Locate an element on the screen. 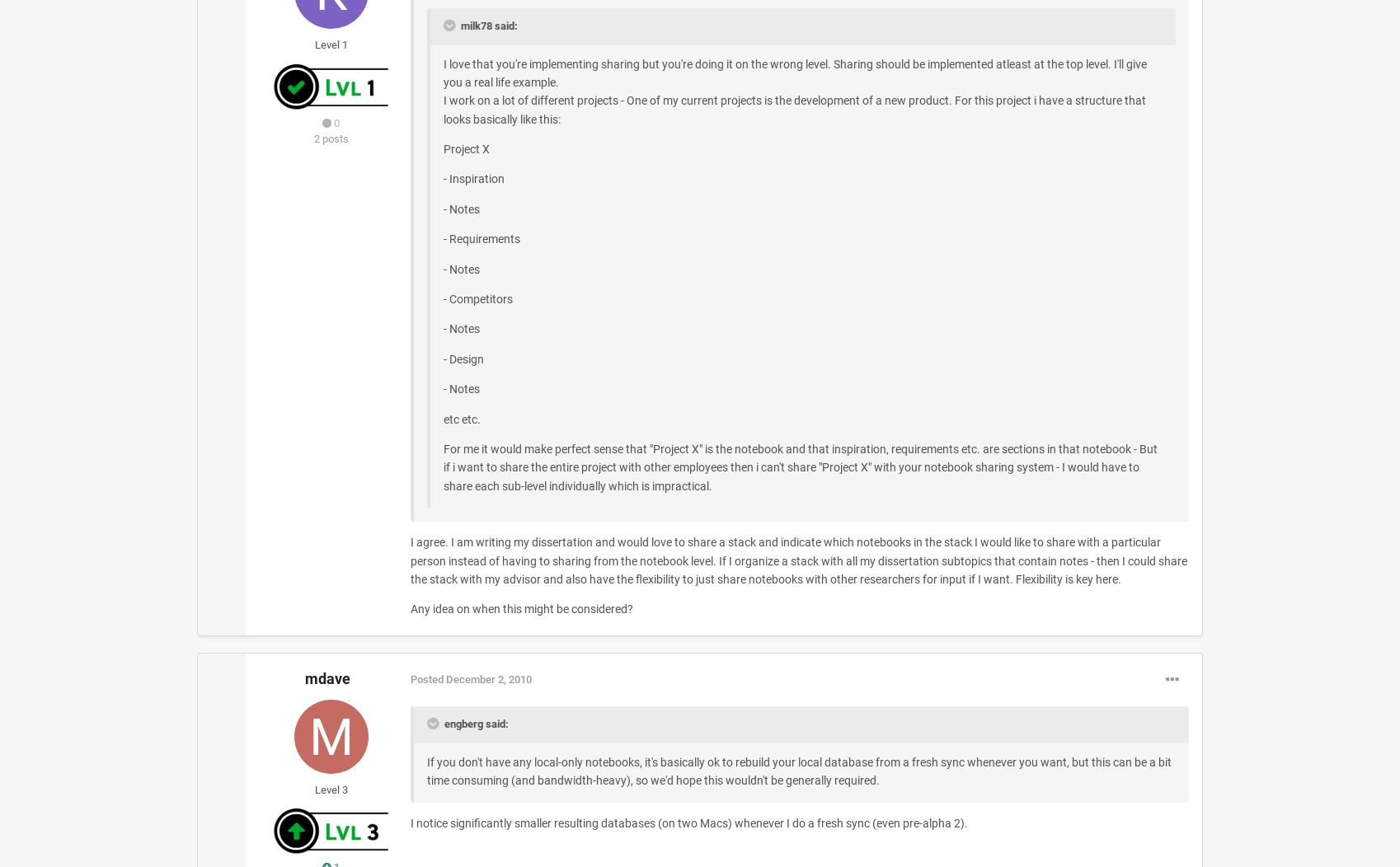 This screenshot has width=1400, height=867. 'Level 1' is located at coordinates (331, 44).